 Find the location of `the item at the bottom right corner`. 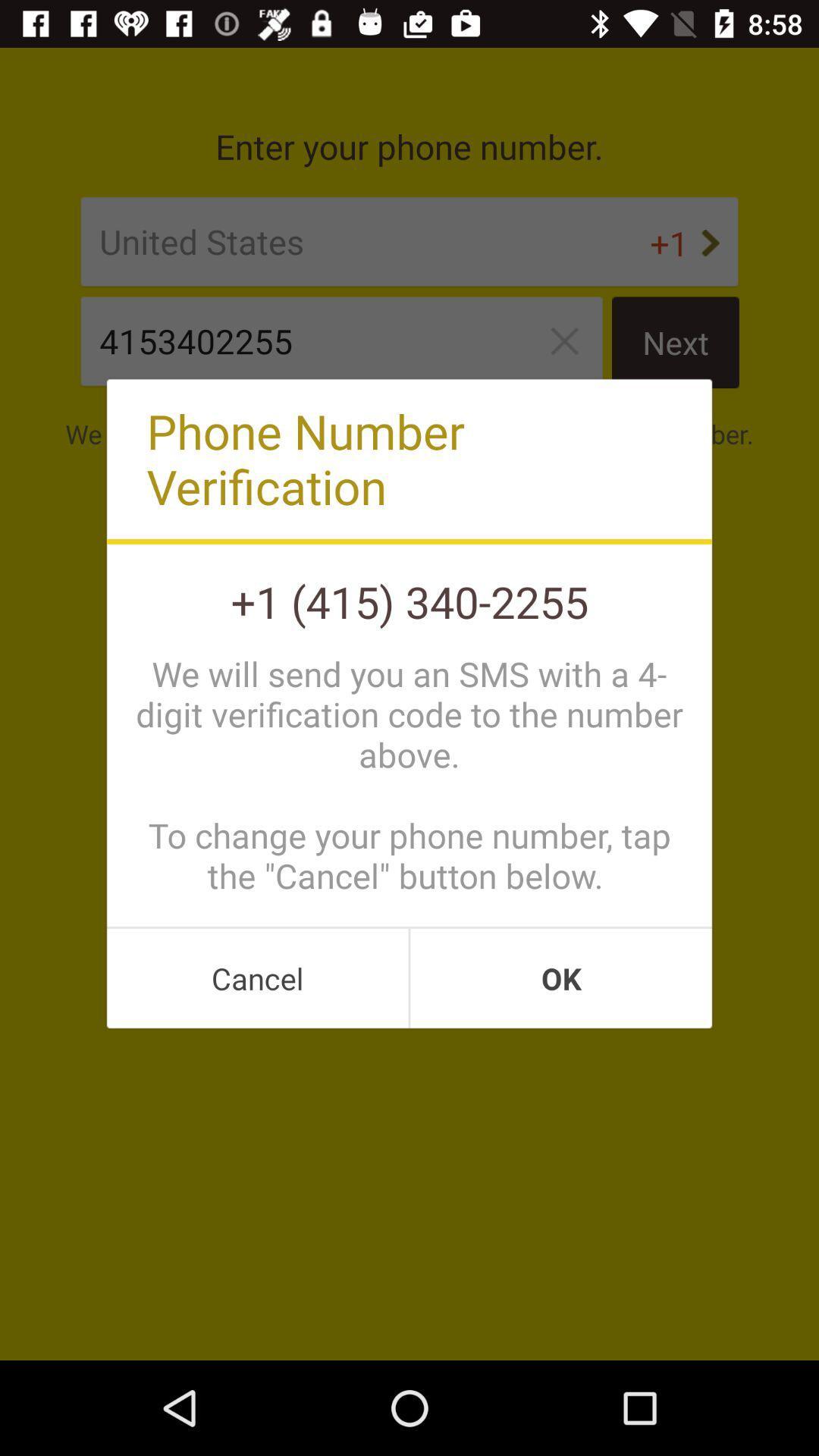

the item at the bottom right corner is located at coordinates (561, 978).